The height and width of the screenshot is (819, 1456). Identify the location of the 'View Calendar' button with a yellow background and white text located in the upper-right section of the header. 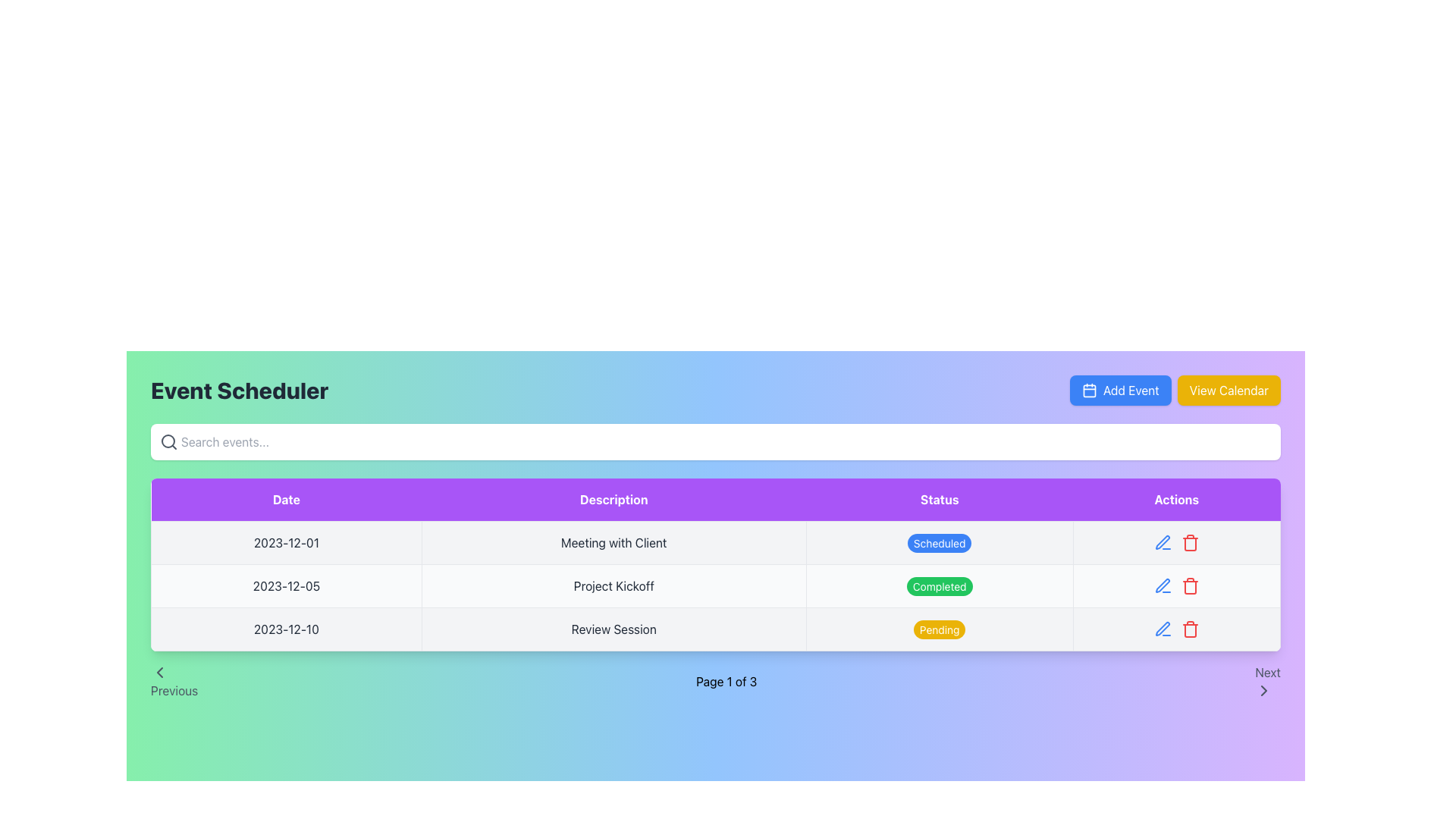
(1228, 390).